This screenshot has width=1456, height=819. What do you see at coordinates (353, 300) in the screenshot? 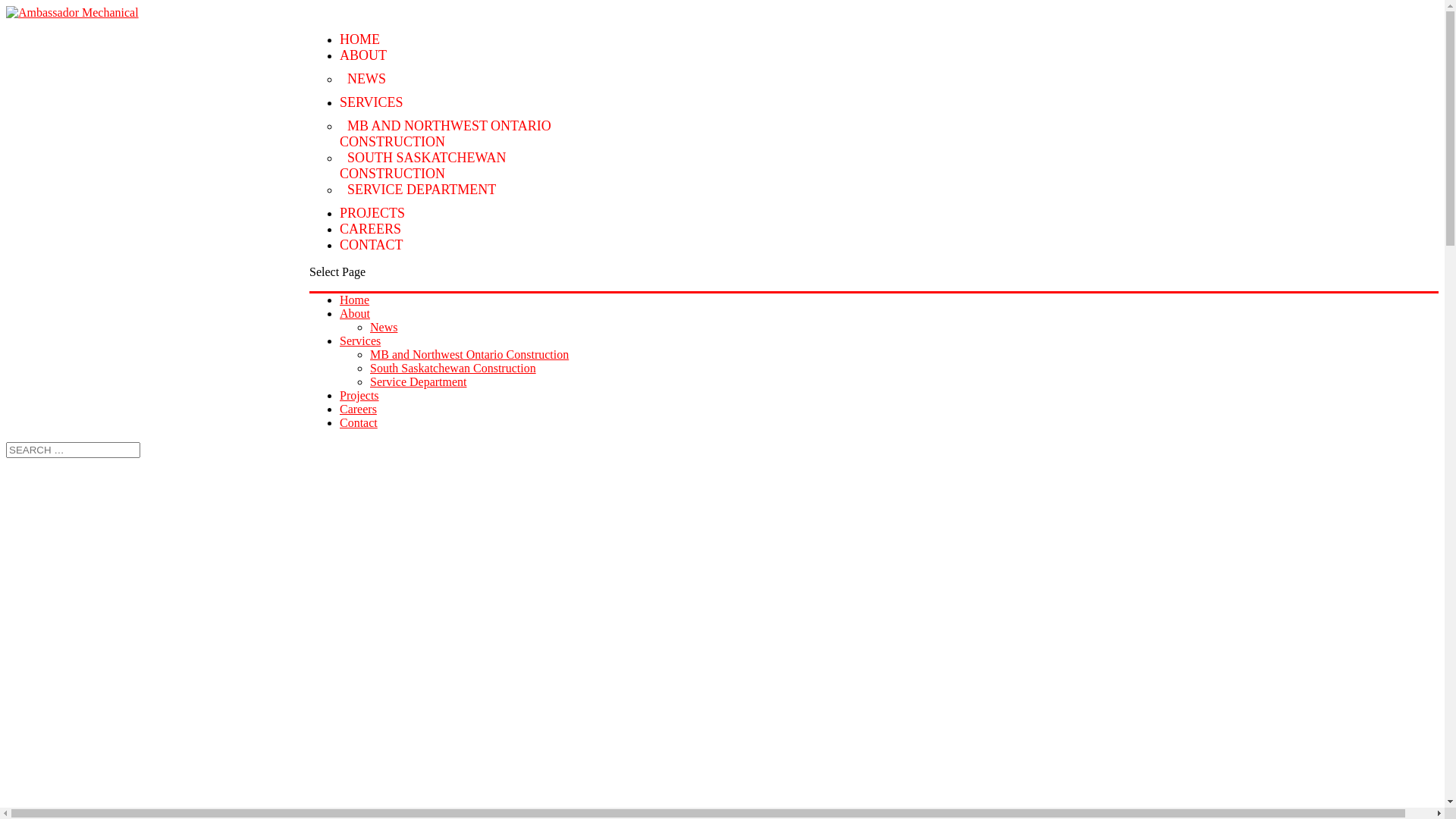
I see `'Home'` at bounding box center [353, 300].